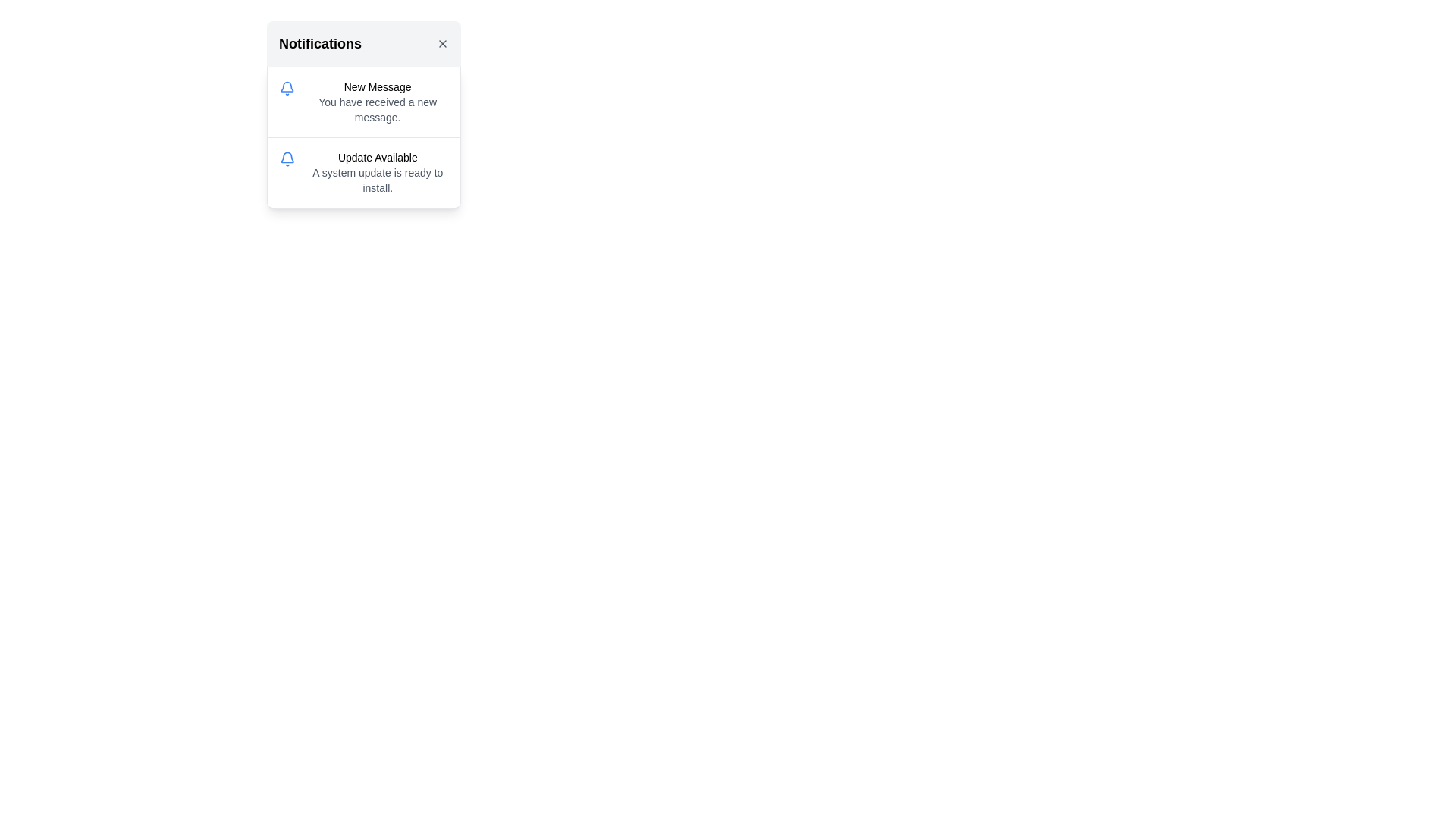 This screenshot has width=1456, height=819. I want to click on the text label that provides descriptive information about the notification under the header 'New Message' in the notification box, so click(378, 109).